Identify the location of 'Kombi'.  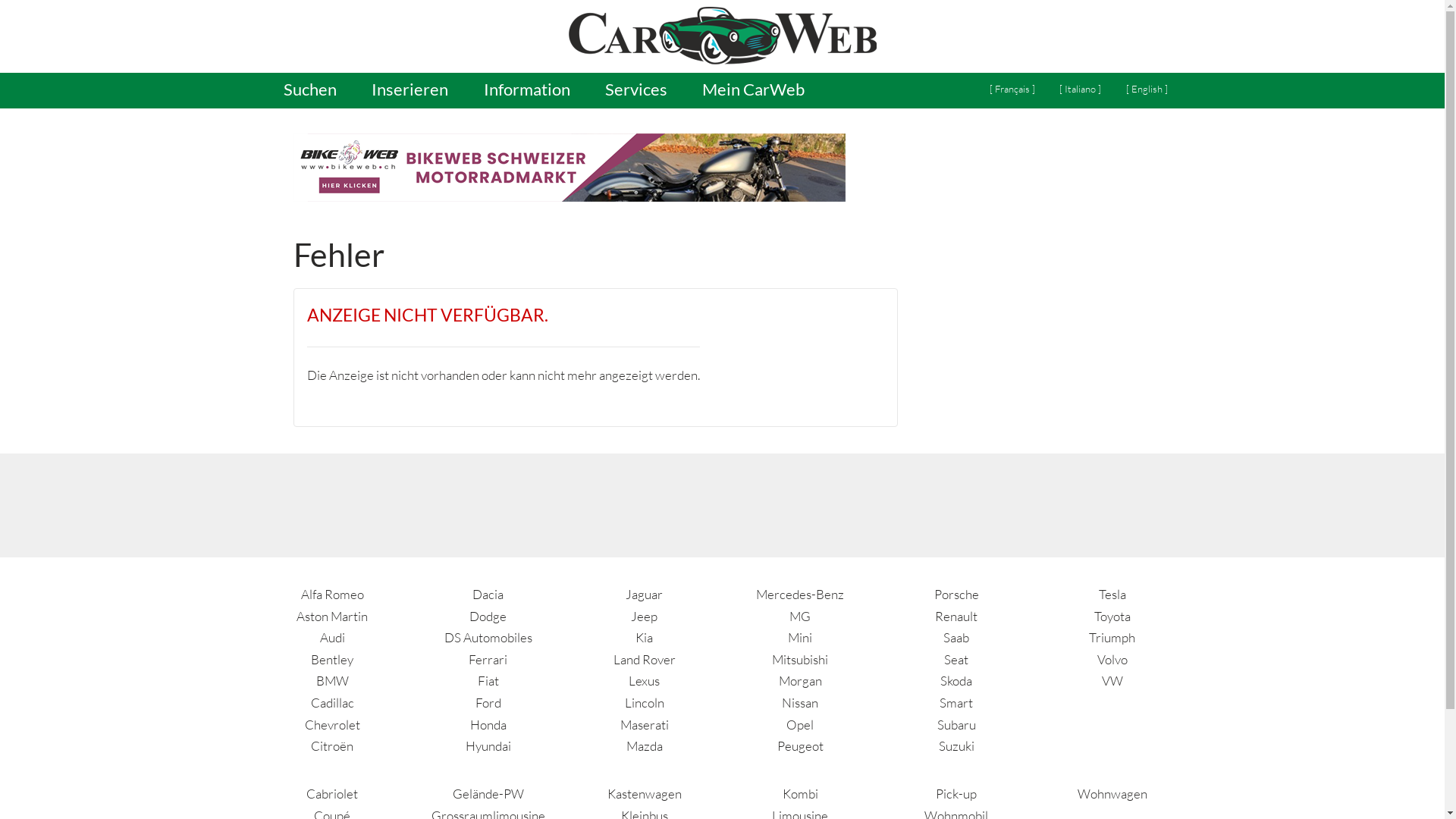
(783, 792).